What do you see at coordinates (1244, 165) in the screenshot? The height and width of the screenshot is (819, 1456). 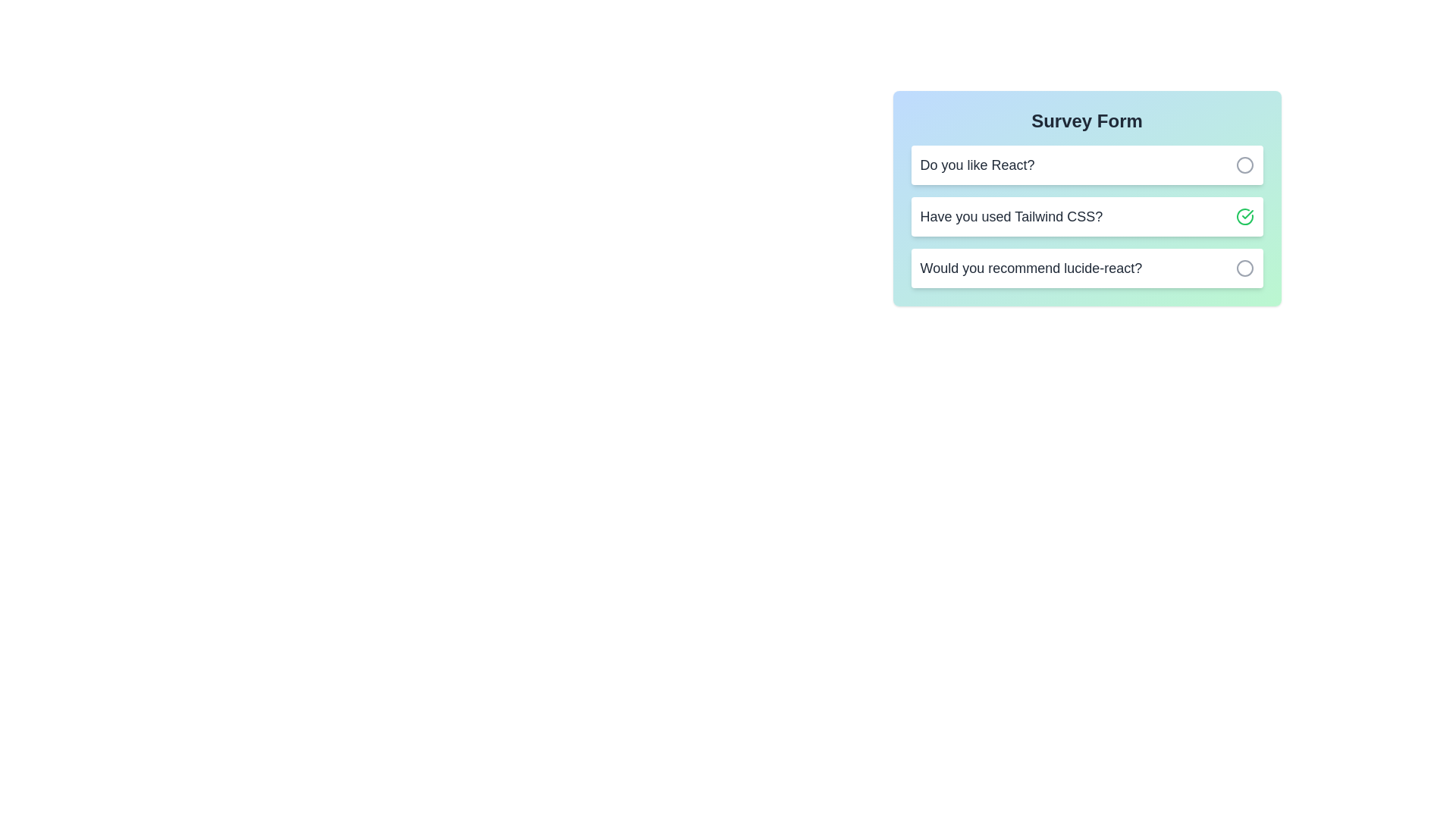 I see `button associated with the question 'Do you like React?' to toggle its selection status` at bounding box center [1244, 165].